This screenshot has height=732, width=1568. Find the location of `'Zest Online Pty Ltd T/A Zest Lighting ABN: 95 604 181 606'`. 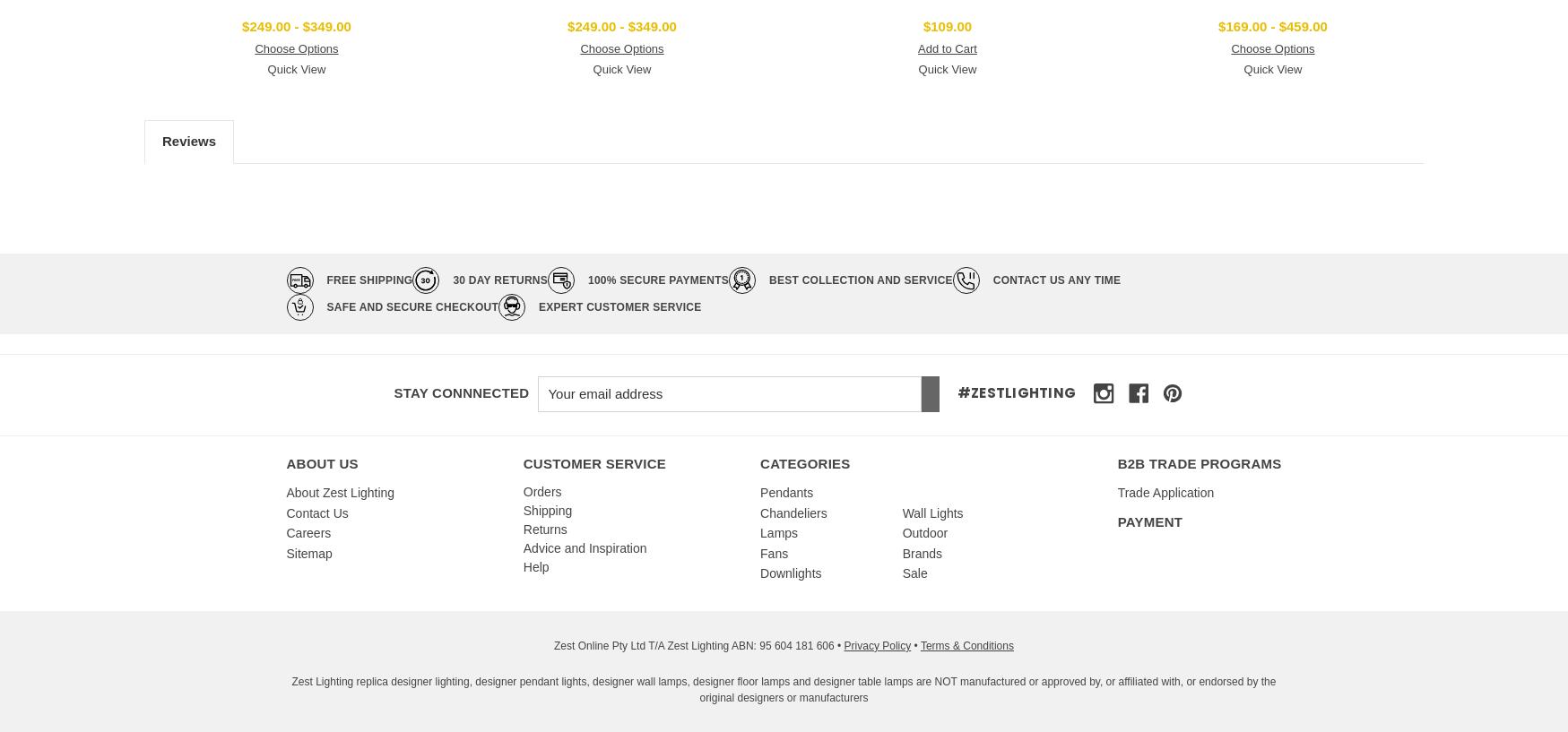

'Zest Online Pty Ltd T/A Zest Lighting ABN: 95 604 181 606' is located at coordinates (696, 644).